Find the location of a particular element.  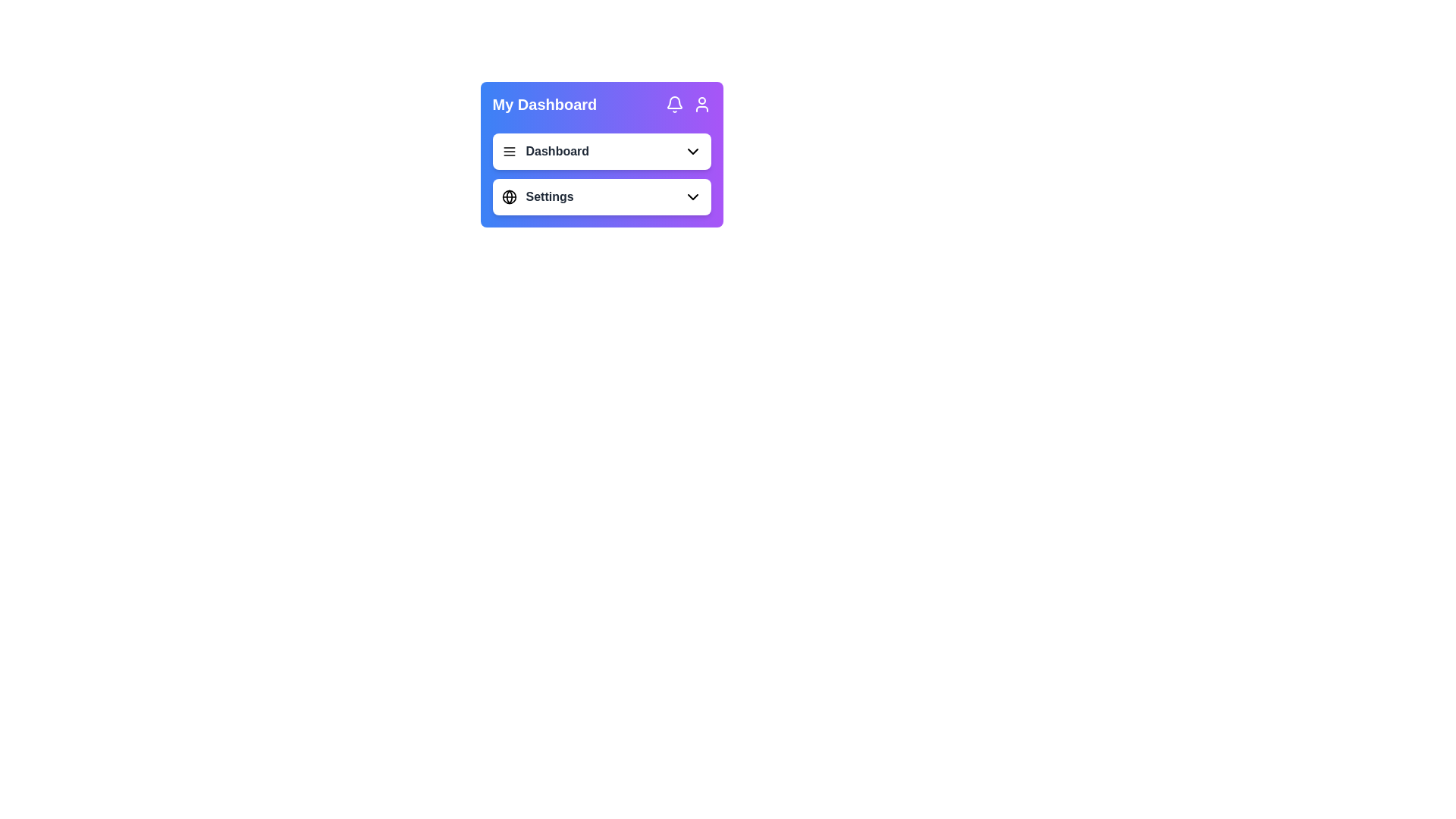

the 'Dashboard' row in the navigation menu is located at coordinates (601, 155).